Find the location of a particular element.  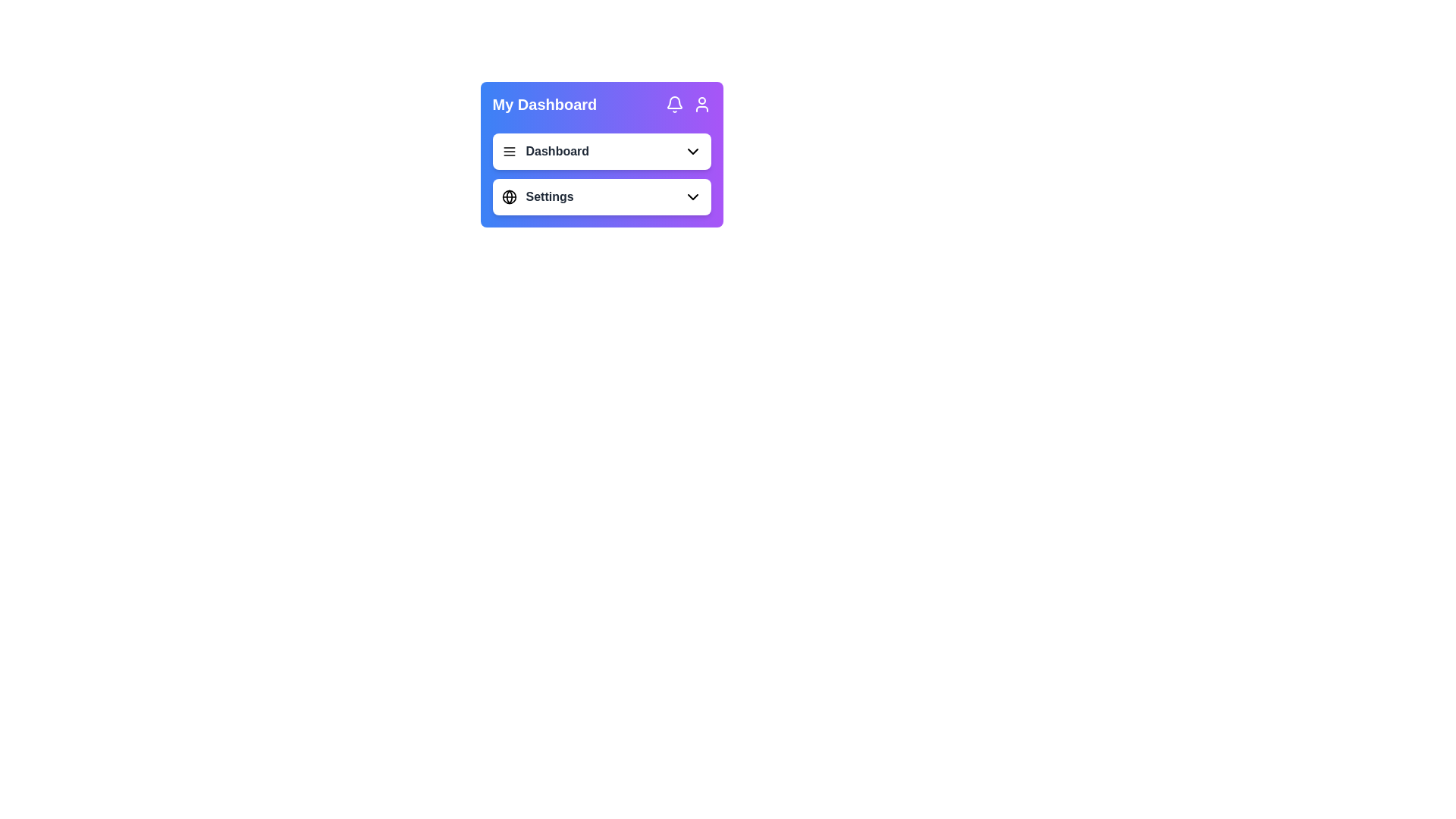

the 'Dashboard' row in the navigation menu is located at coordinates (601, 155).